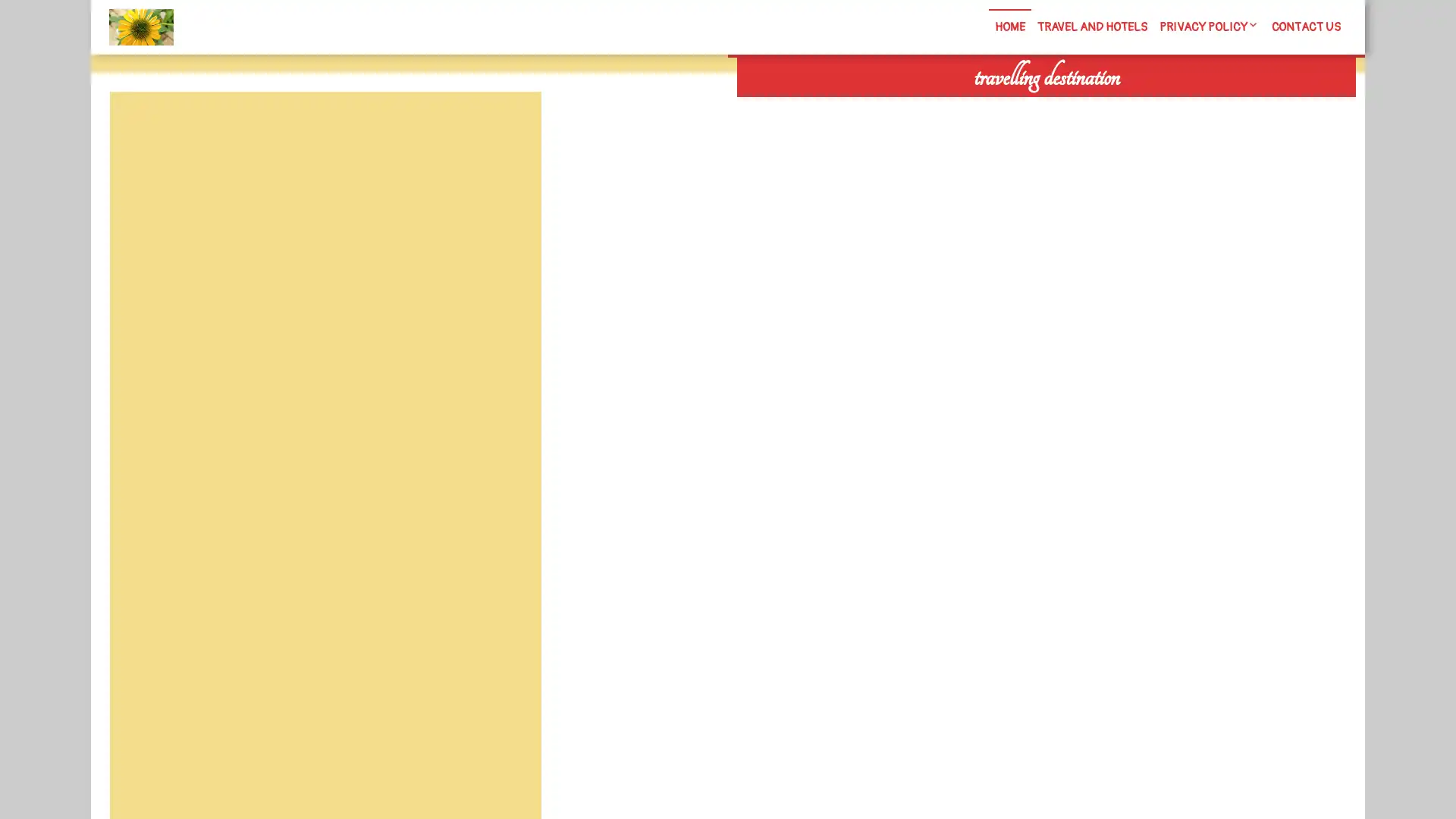  Describe the element at coordinates (1181, 106) in the screenshot. I see `Search` at that location.